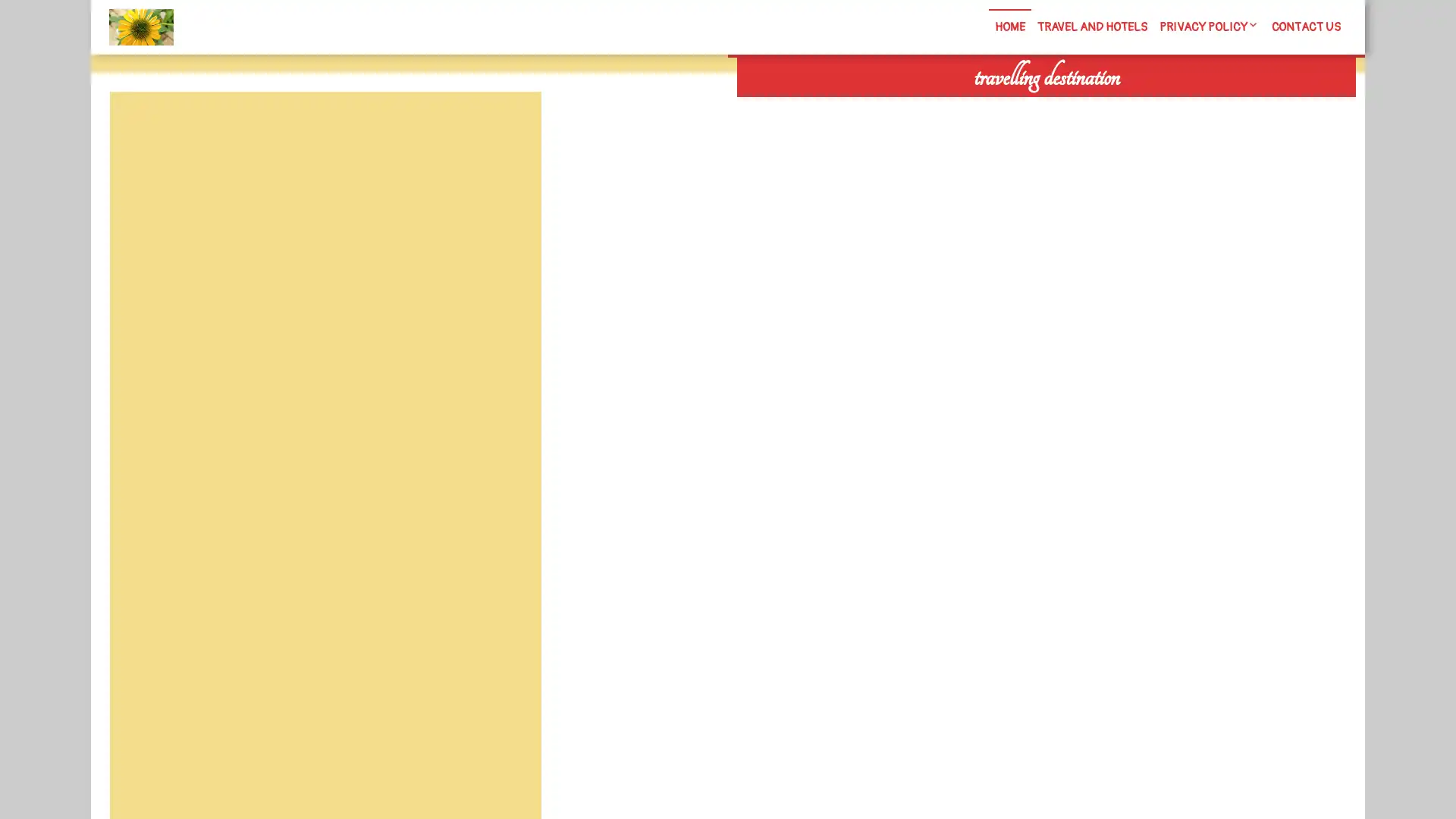  Describe the element at coordinates (1181, 106) in the screenshot. I see `Search` at that location.